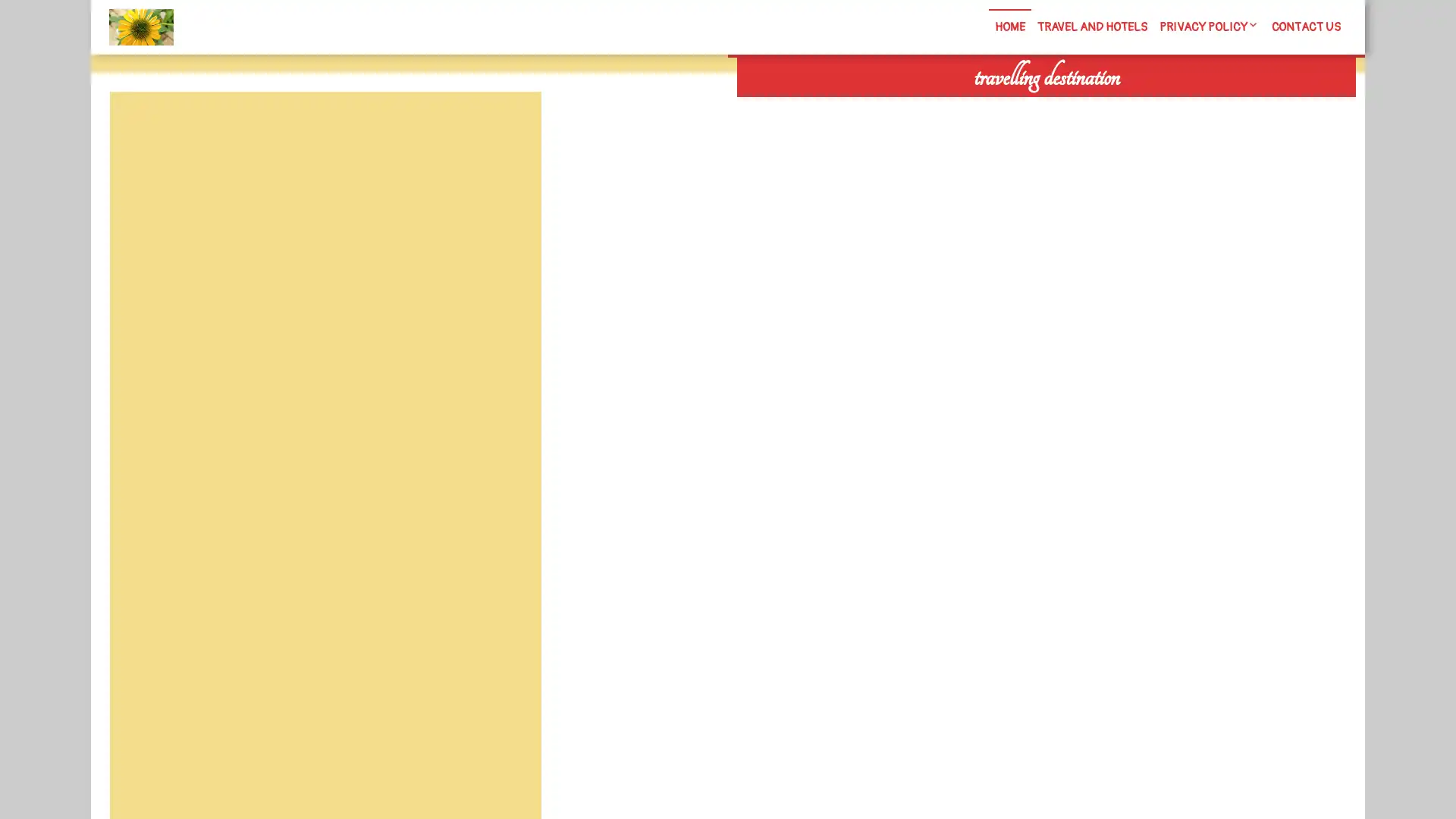  Describe the element at coordinates (1181, 106) in the screenshot. I see `Search` at that location.